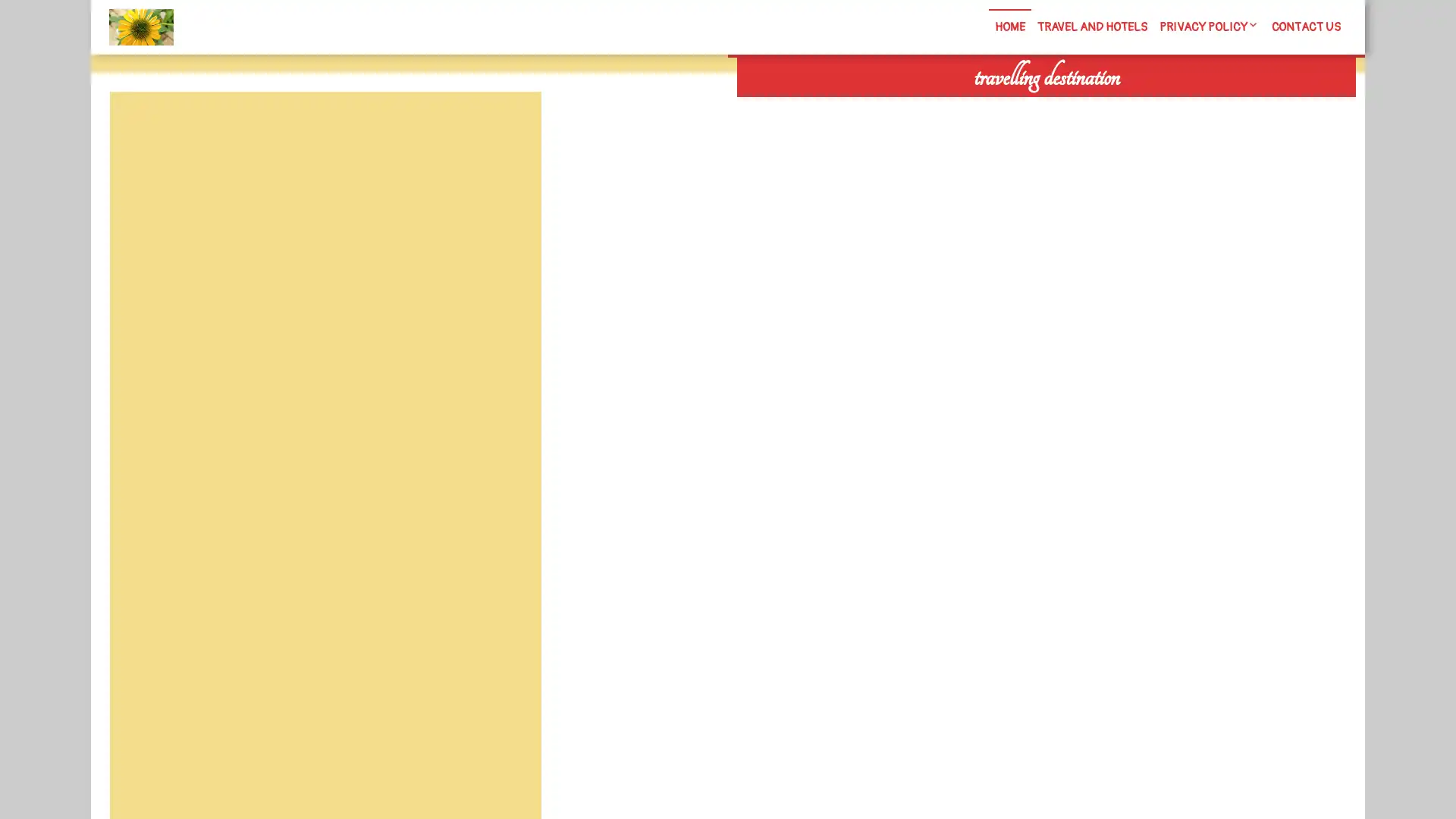  Describe the element at coordinates (1181, 106) in the screenshot. I see `Search` at that location.